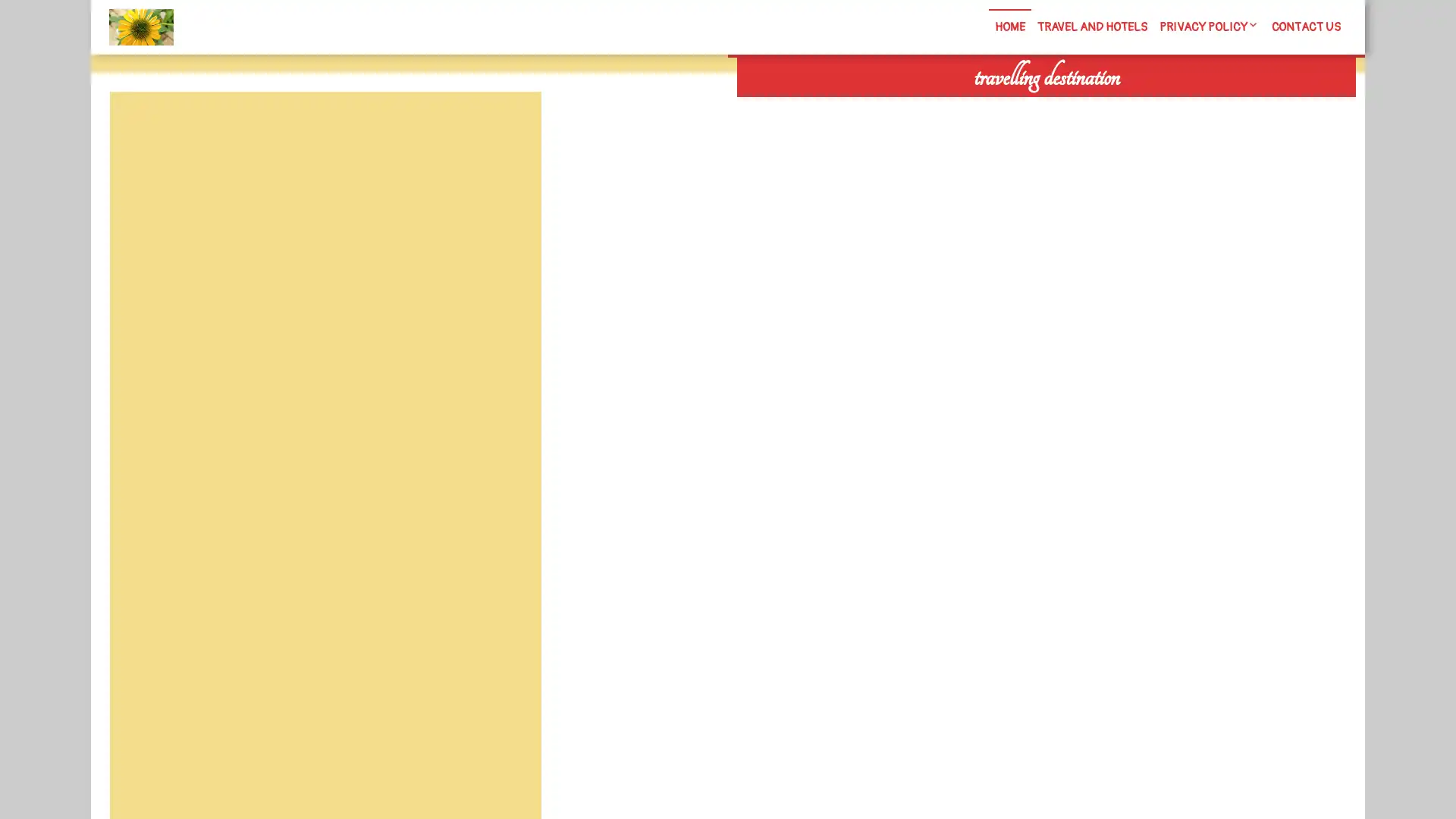  Describe the element at coordinates (1181, 106) in the screenshot. I see `Search` at that location.